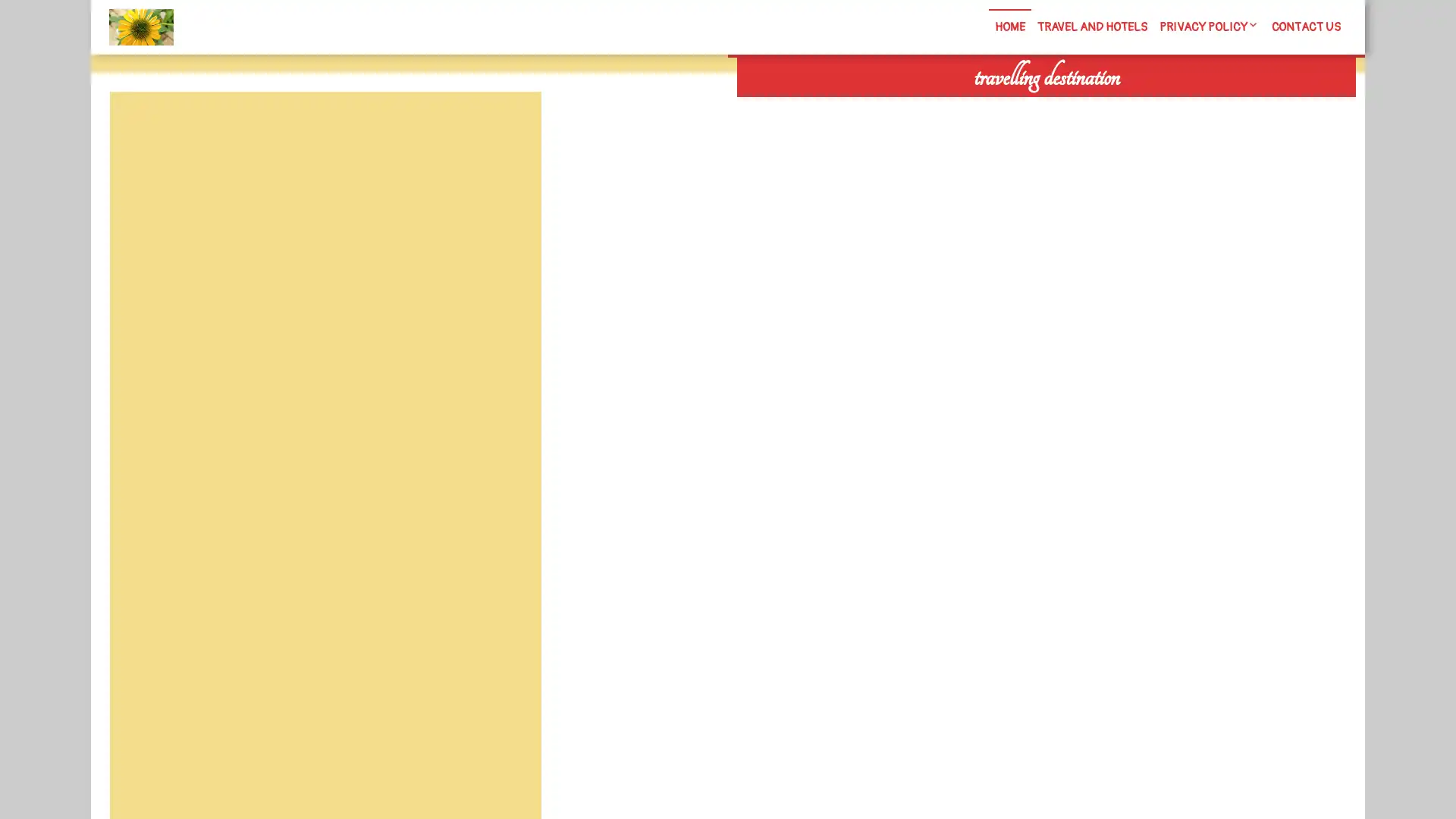  Describe the element at coordinates (1181, 106) in the screenshot. I see `Search` at that location.